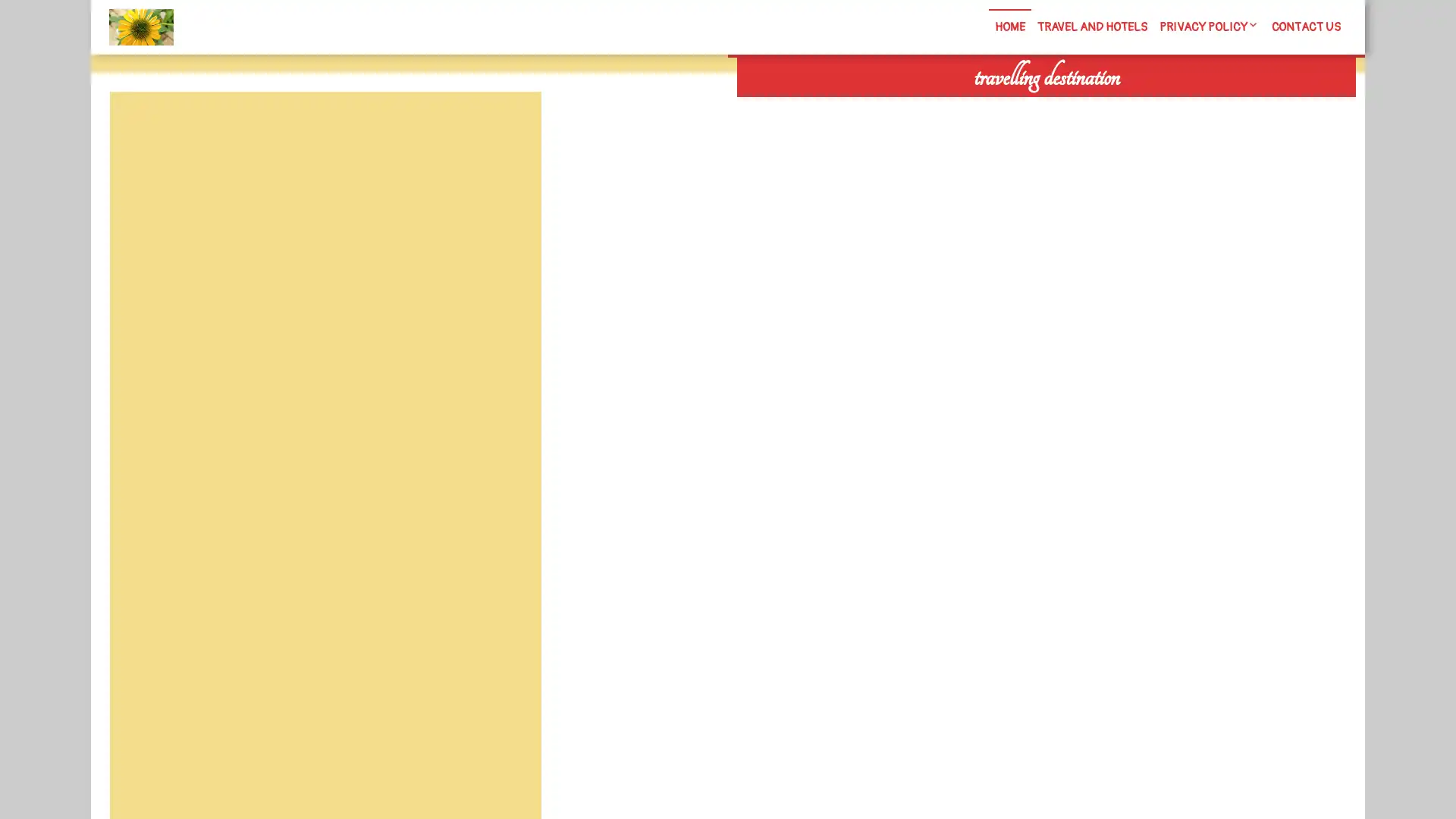  Describe the element at coordinates (1181, 106) in the screenshot. I see `Search` at that location.